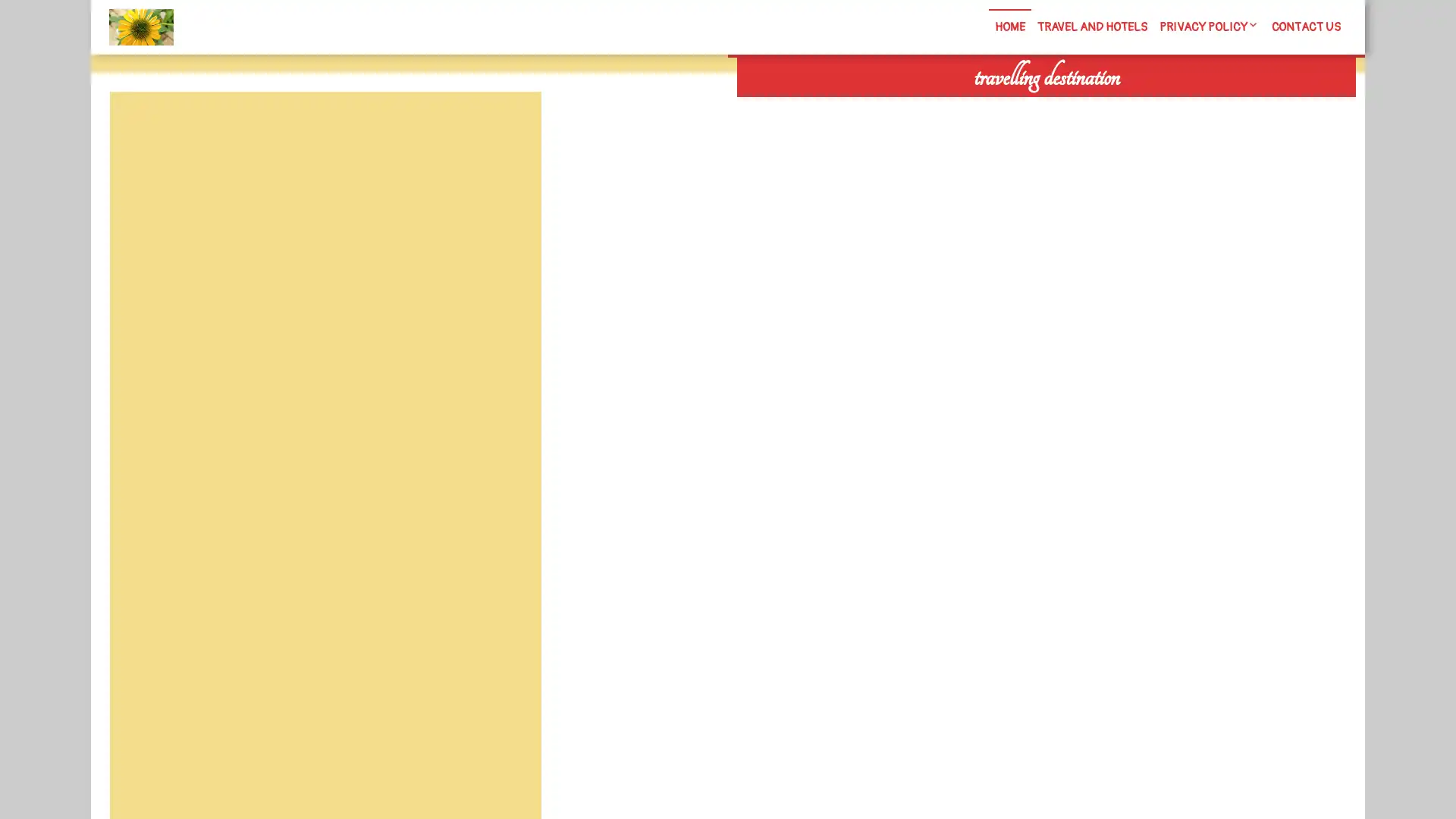  Describe the element at coordinates (1181, 106) in the screenshot. I see `Search` at that location.